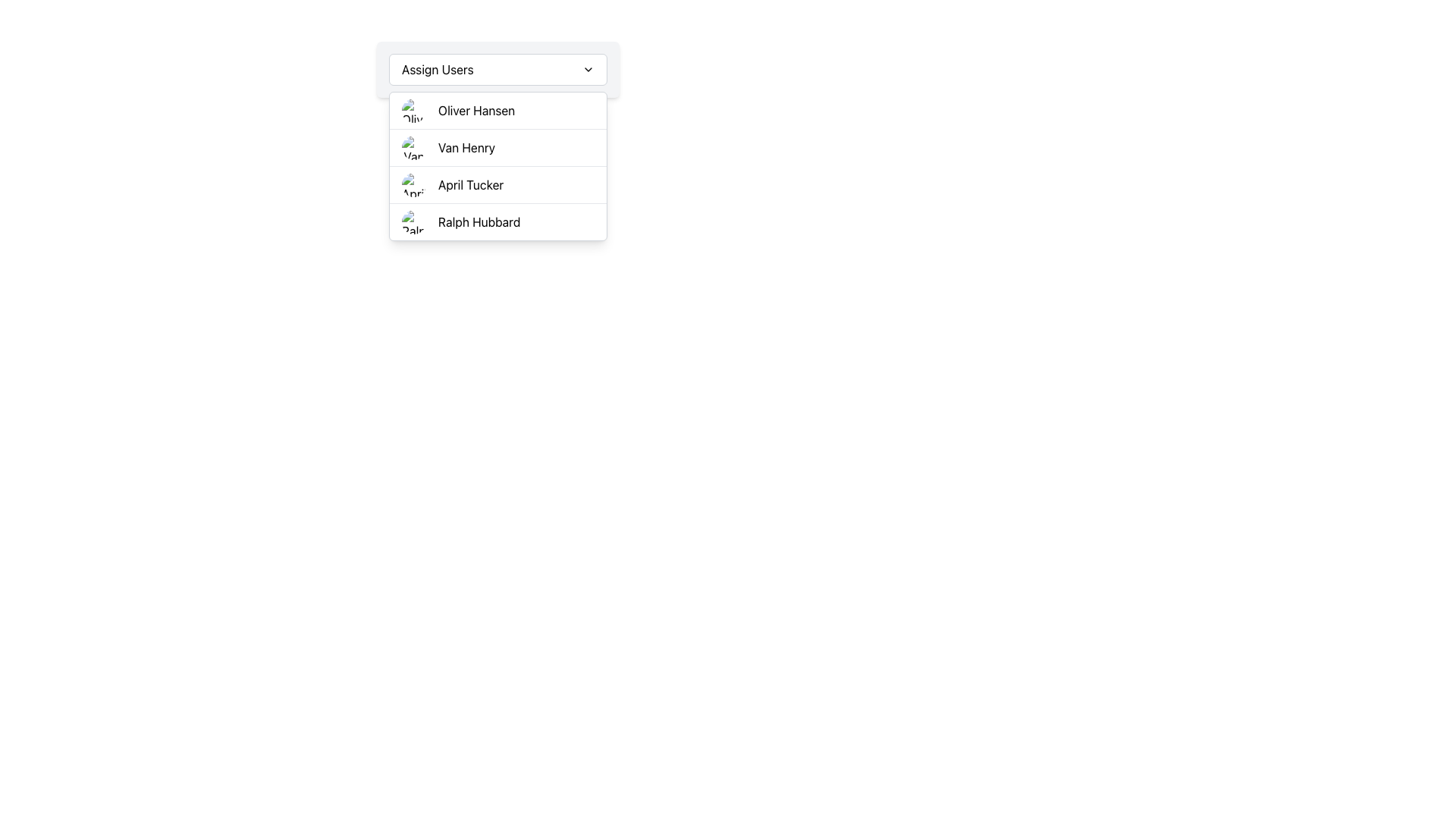  I want to click on the text label 'Oliver Hansen' which is located in the second item of the dropdown list starting with 'Assign Users', so click(475, 110).